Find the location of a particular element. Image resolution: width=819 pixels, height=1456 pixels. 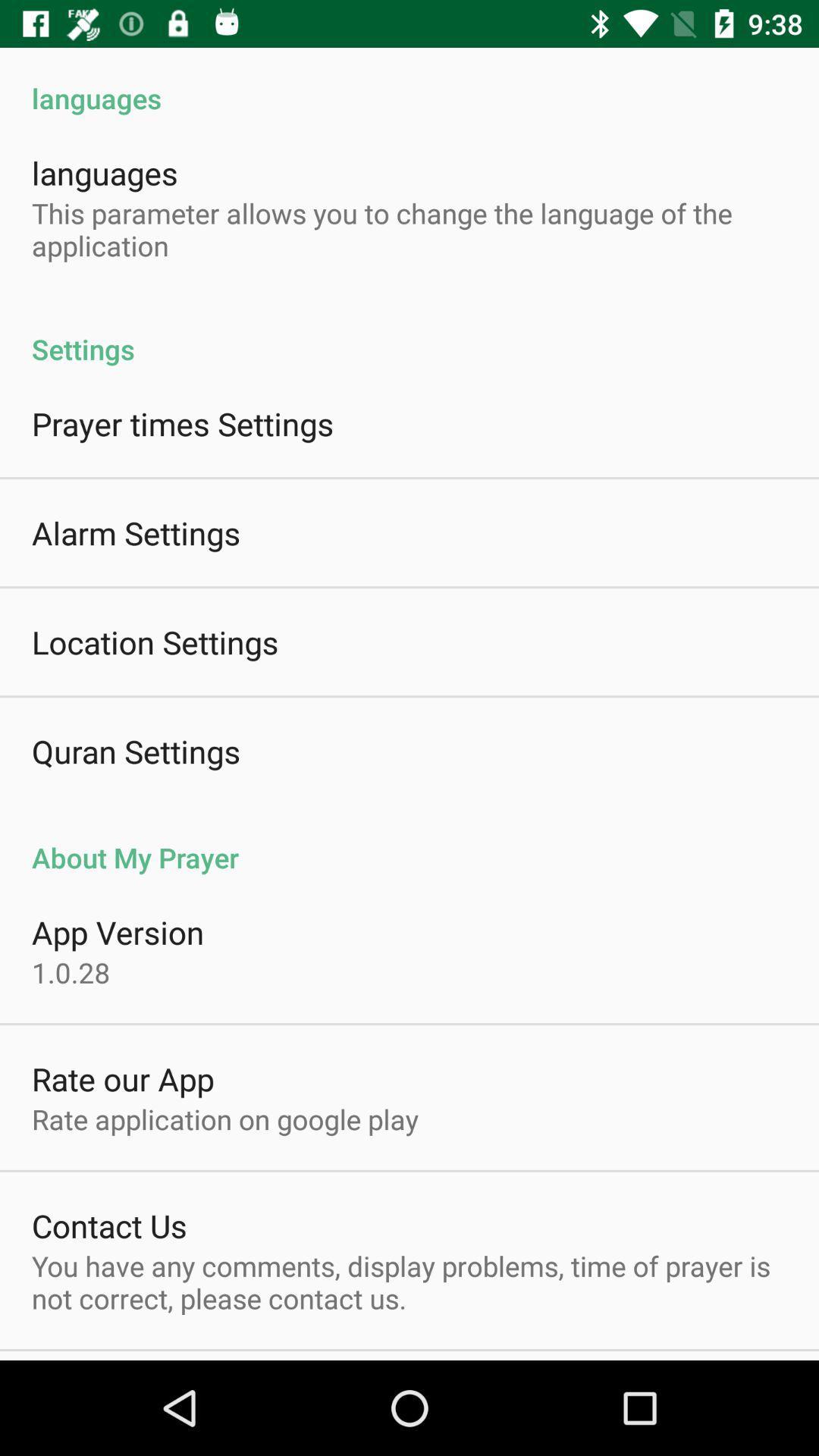

app above app version app is located at coordinates (409, 840).